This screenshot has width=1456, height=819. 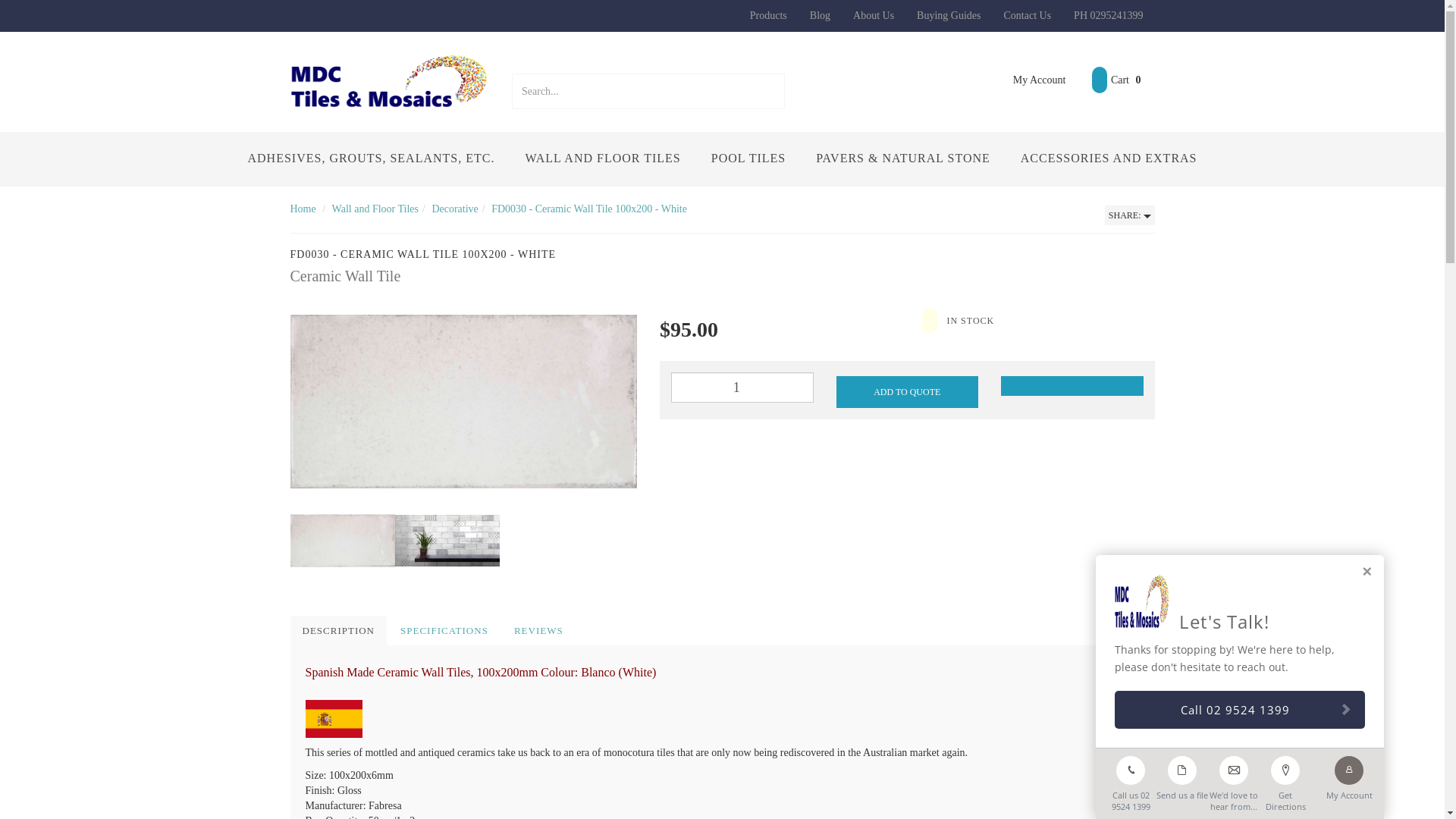 What do you see at coordinates (1234, 780) in the screenshot?
I see `'We'd love to hear from...'` at bounding box center [1234, 780].